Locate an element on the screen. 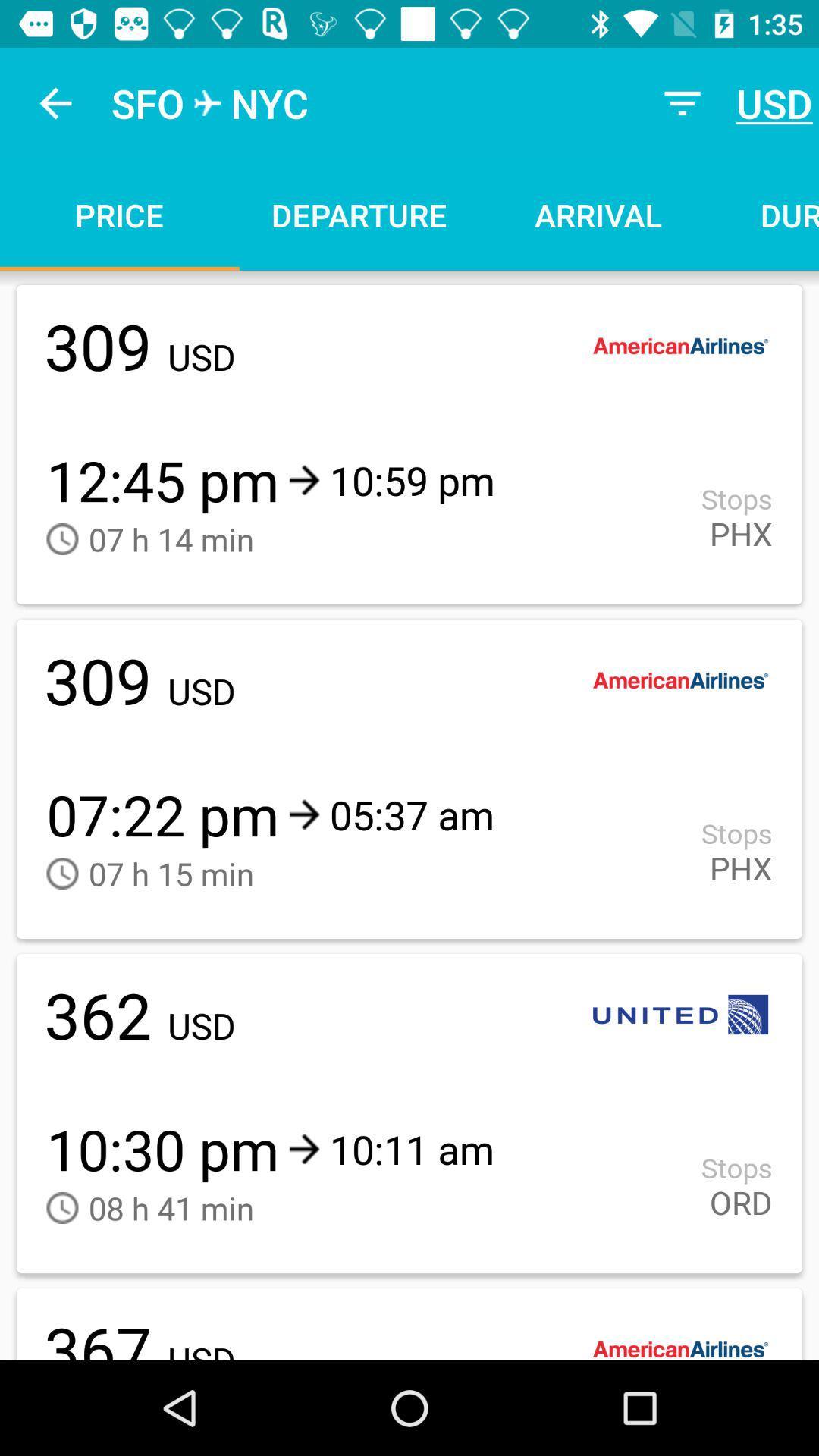 Image resolution: width=819 pixels, height=1456 pixels. the icon next to the usd item is located at coordinates (681, 102).